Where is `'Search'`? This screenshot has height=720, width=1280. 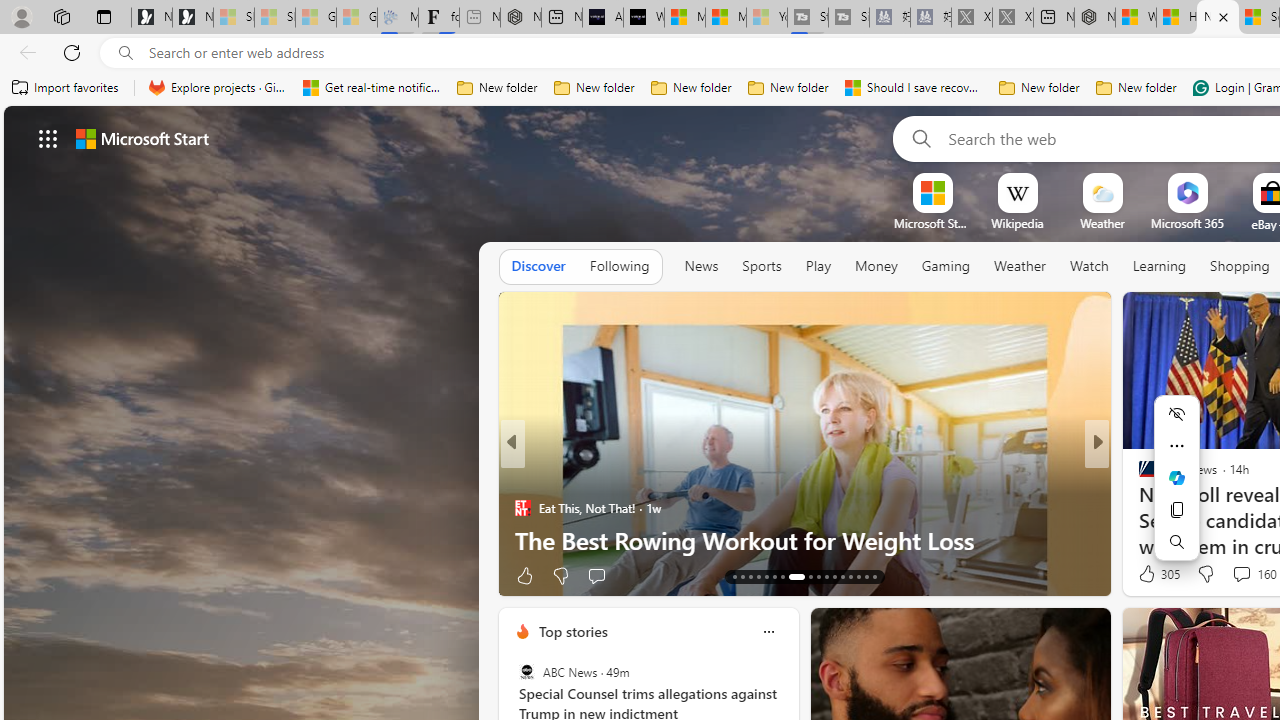 'Search' is located at coordinates (1176, 542).